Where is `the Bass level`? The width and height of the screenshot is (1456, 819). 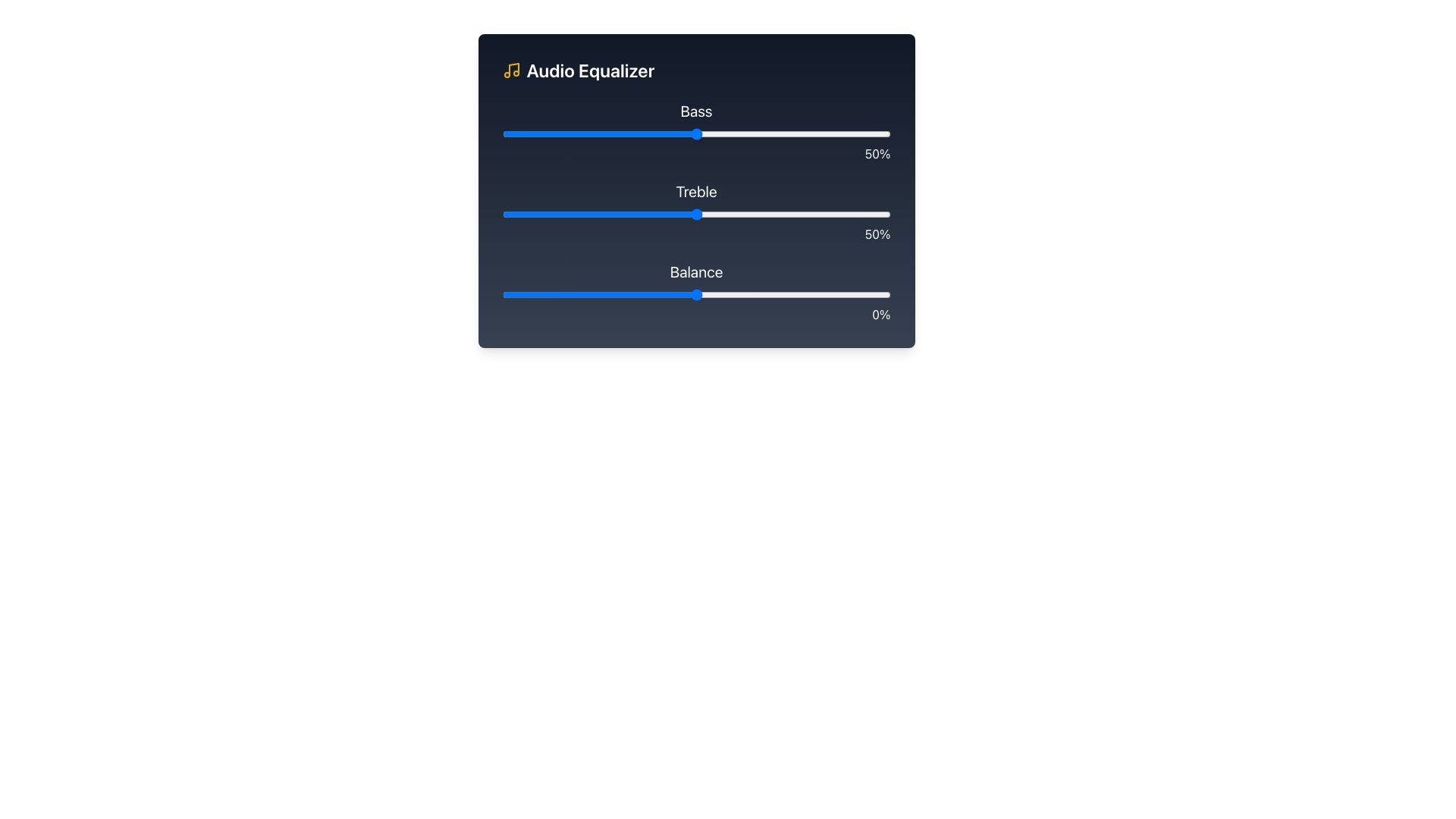
the Bass level is located at coordinates (607, 133).